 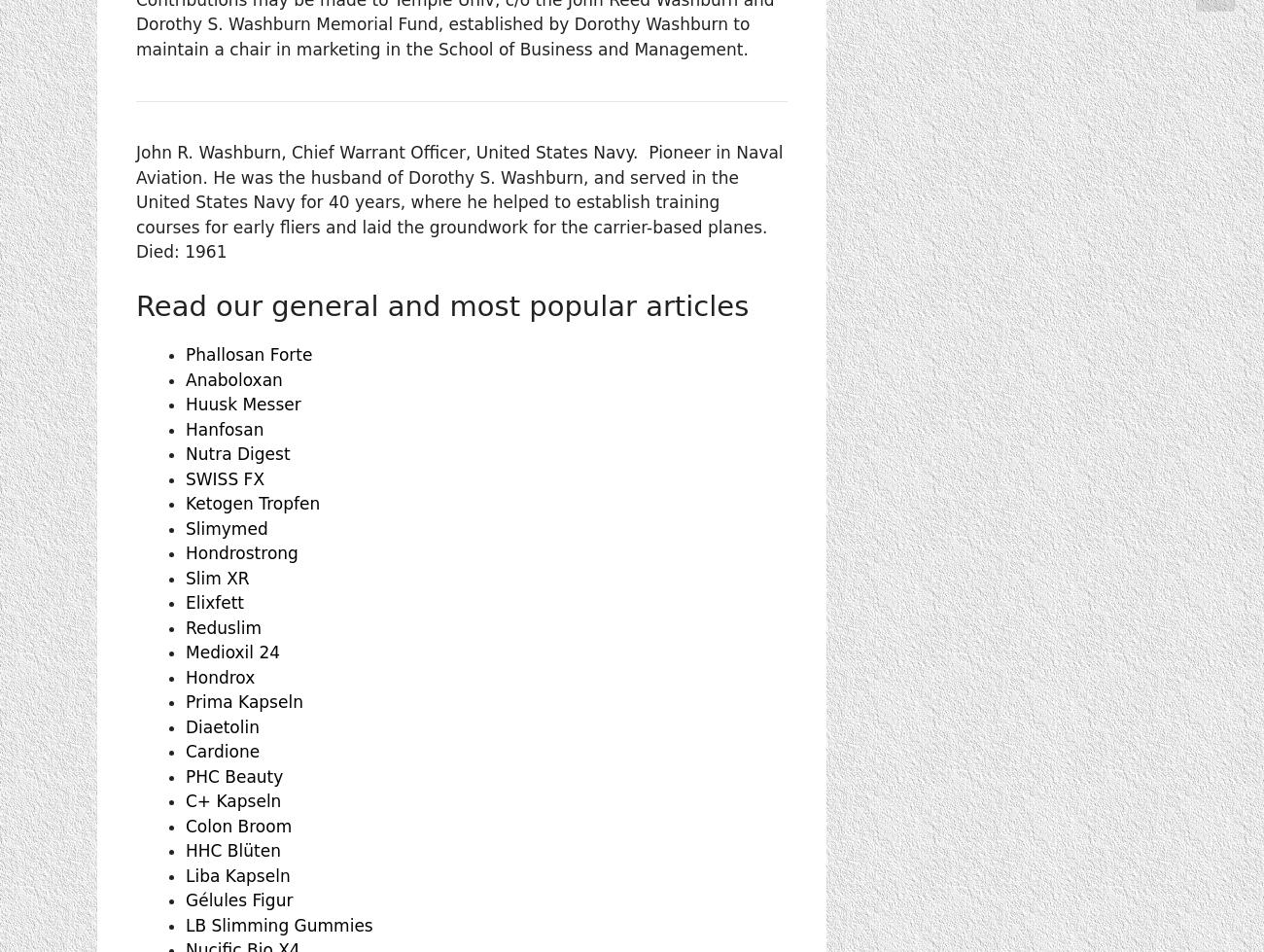 I want to click on 'Anaboloxan', so click(x=232, y=379).